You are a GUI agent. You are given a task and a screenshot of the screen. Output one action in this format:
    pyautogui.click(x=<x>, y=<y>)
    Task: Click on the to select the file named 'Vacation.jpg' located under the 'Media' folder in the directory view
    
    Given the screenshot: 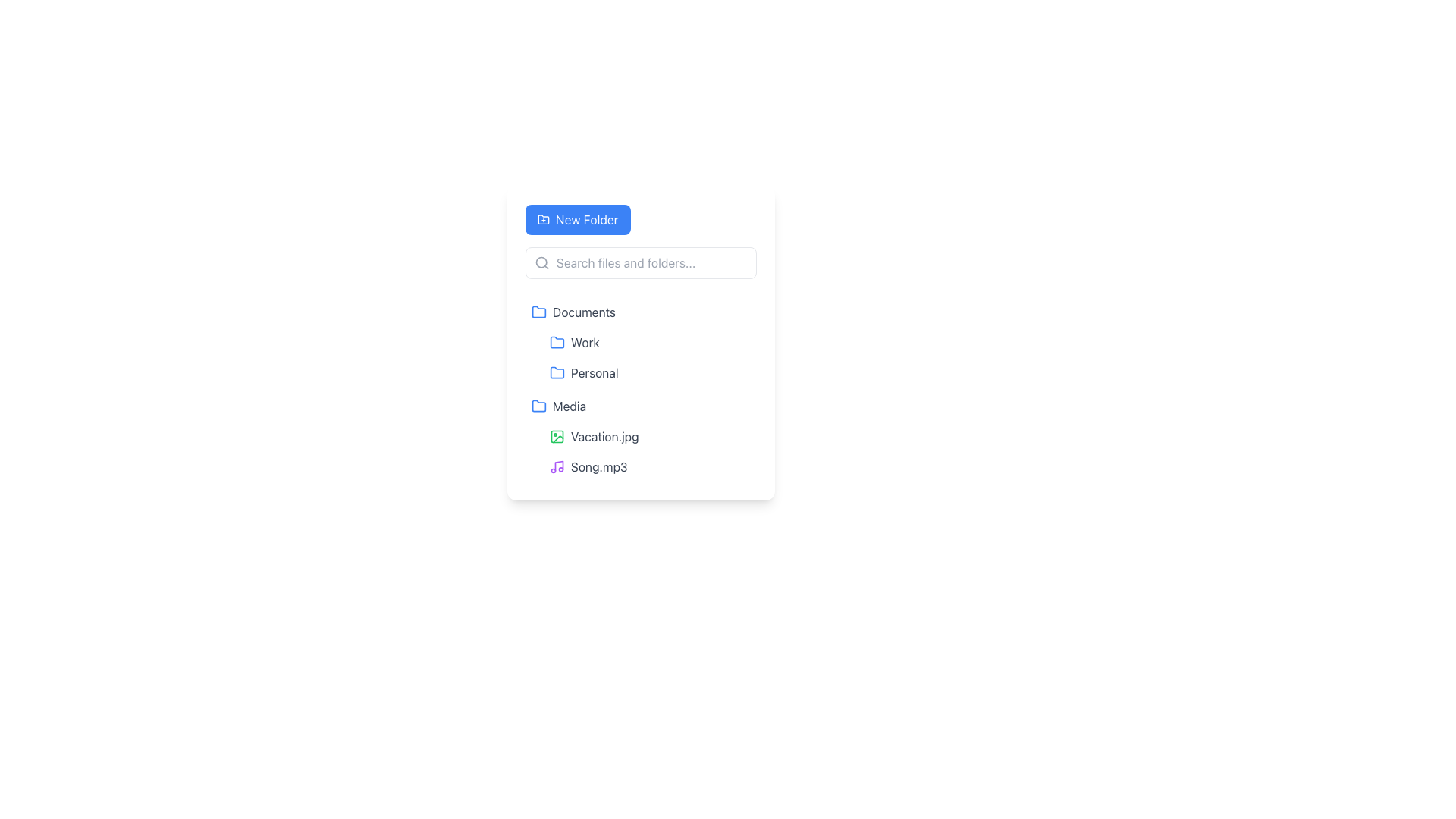 What is the action you would take?
    pyautogui.click(x=641, y=436)
    